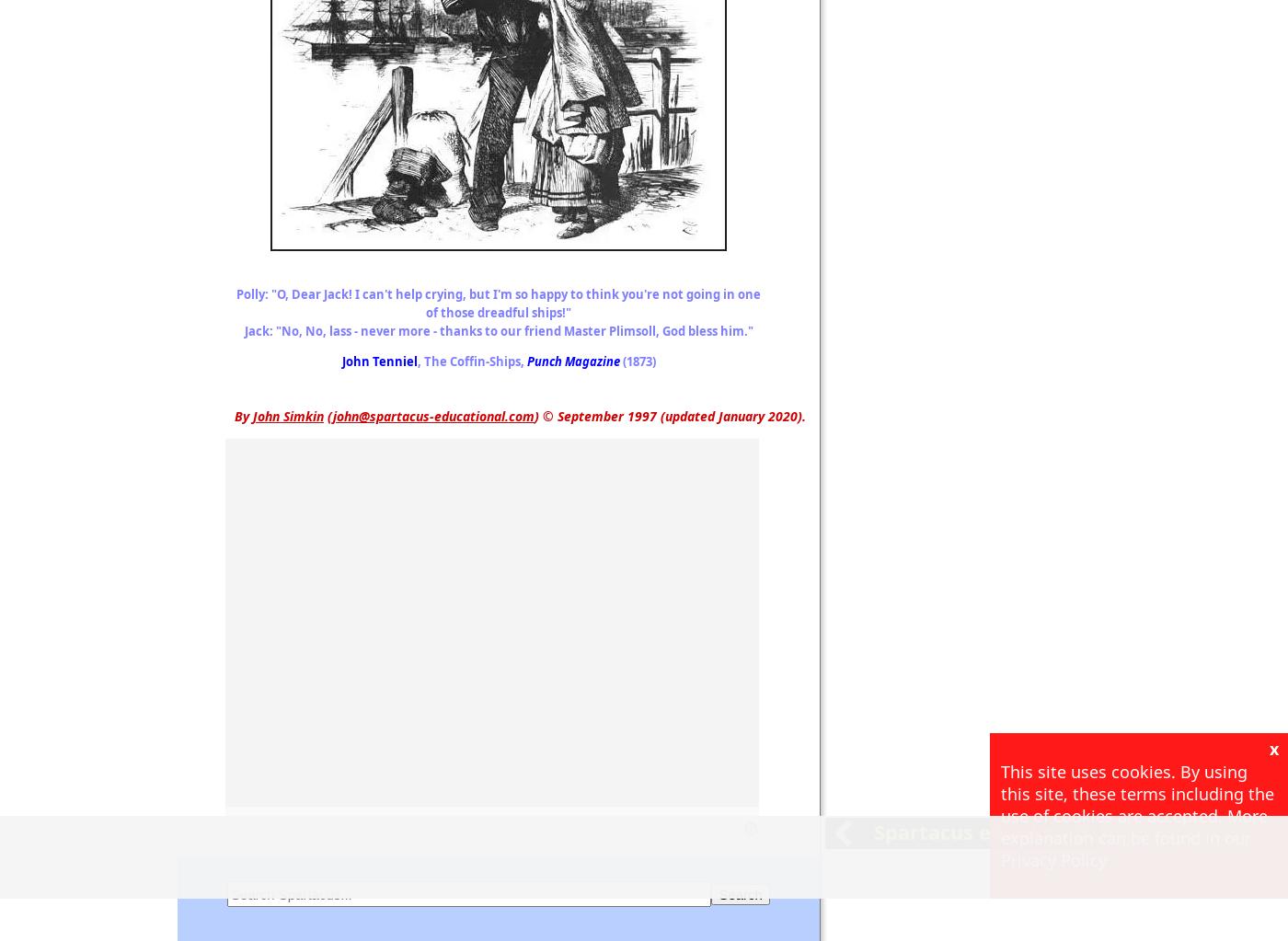 Image resolution: width=1288 pixels, height=941 pixels. Describe the element at coordinates (498, 304) in the screenshot. I see `'Polly: "O, Dear Jack! I can't help crying, but I'm so happy to think you're not going in one of those dreadful ships!"'` at that location.